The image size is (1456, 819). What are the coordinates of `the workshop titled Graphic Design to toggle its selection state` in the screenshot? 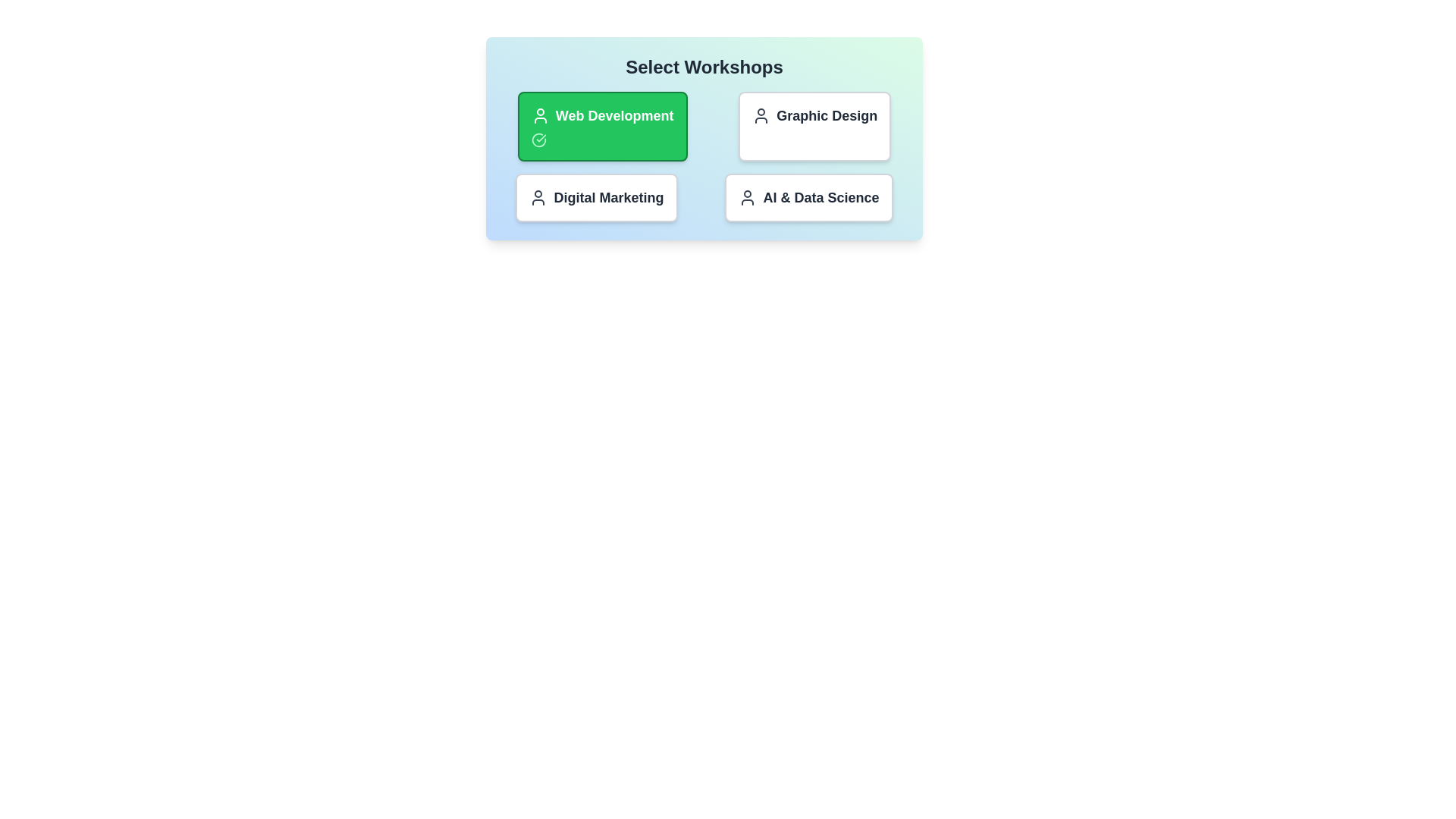 It's located at (814, 125).